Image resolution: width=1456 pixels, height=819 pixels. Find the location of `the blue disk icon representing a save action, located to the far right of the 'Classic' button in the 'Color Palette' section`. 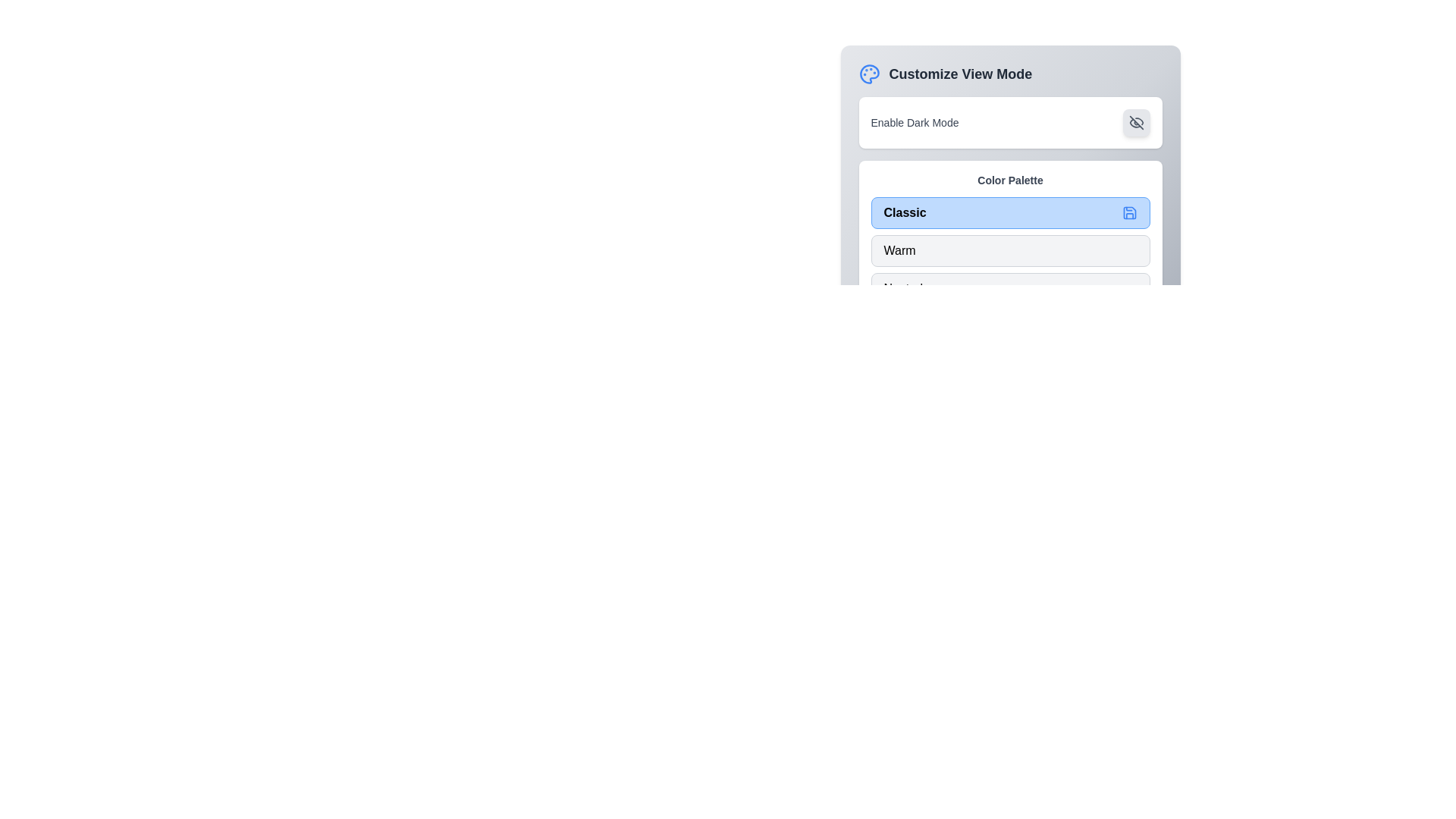

the blue disk icon representing a save action, located to the far right of the 'Classic' button in the 'Color Palette' section is located at coordinates (1129, 213).